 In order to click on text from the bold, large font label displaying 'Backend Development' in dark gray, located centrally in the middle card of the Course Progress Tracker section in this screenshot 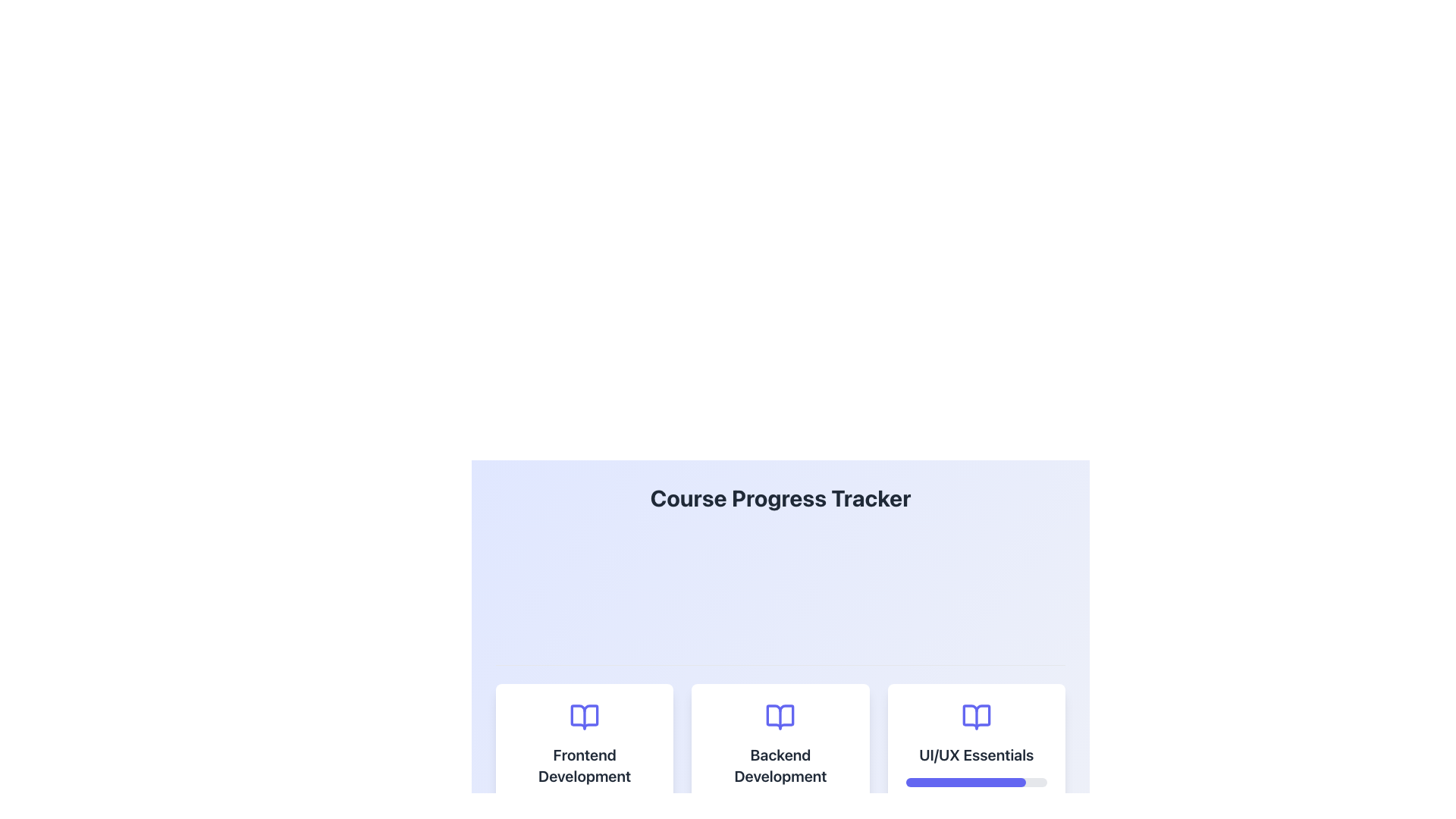, I will do `click(780, 766)`.